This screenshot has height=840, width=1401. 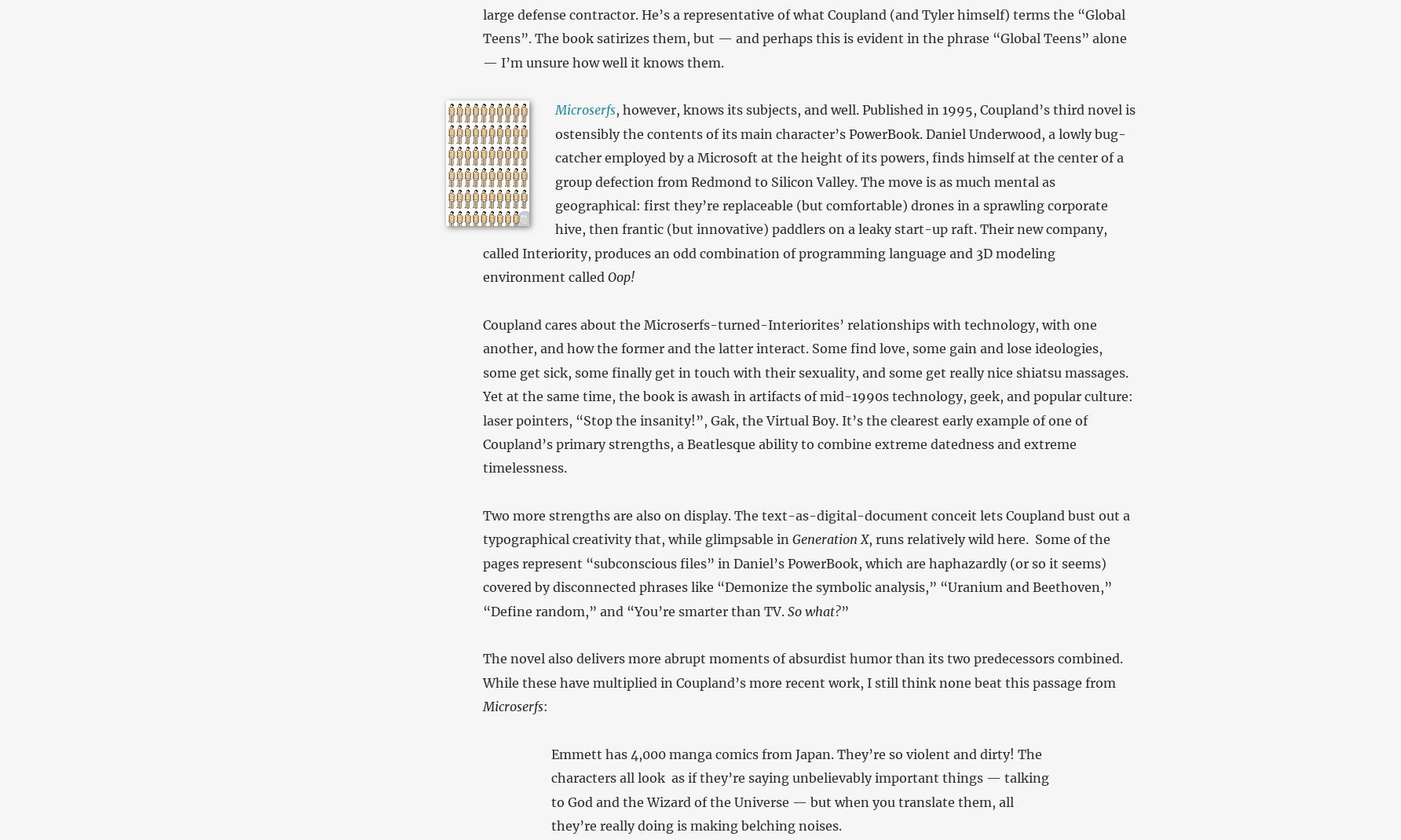 What do you see at coordinates (804, 527) in the screenshot?
I see `'Two more strengths are also on display. The text-as-digital-document conceit lets Coupland bust out a typographical creativity that, while glimpsable in'` at bounding box center [804, 527].